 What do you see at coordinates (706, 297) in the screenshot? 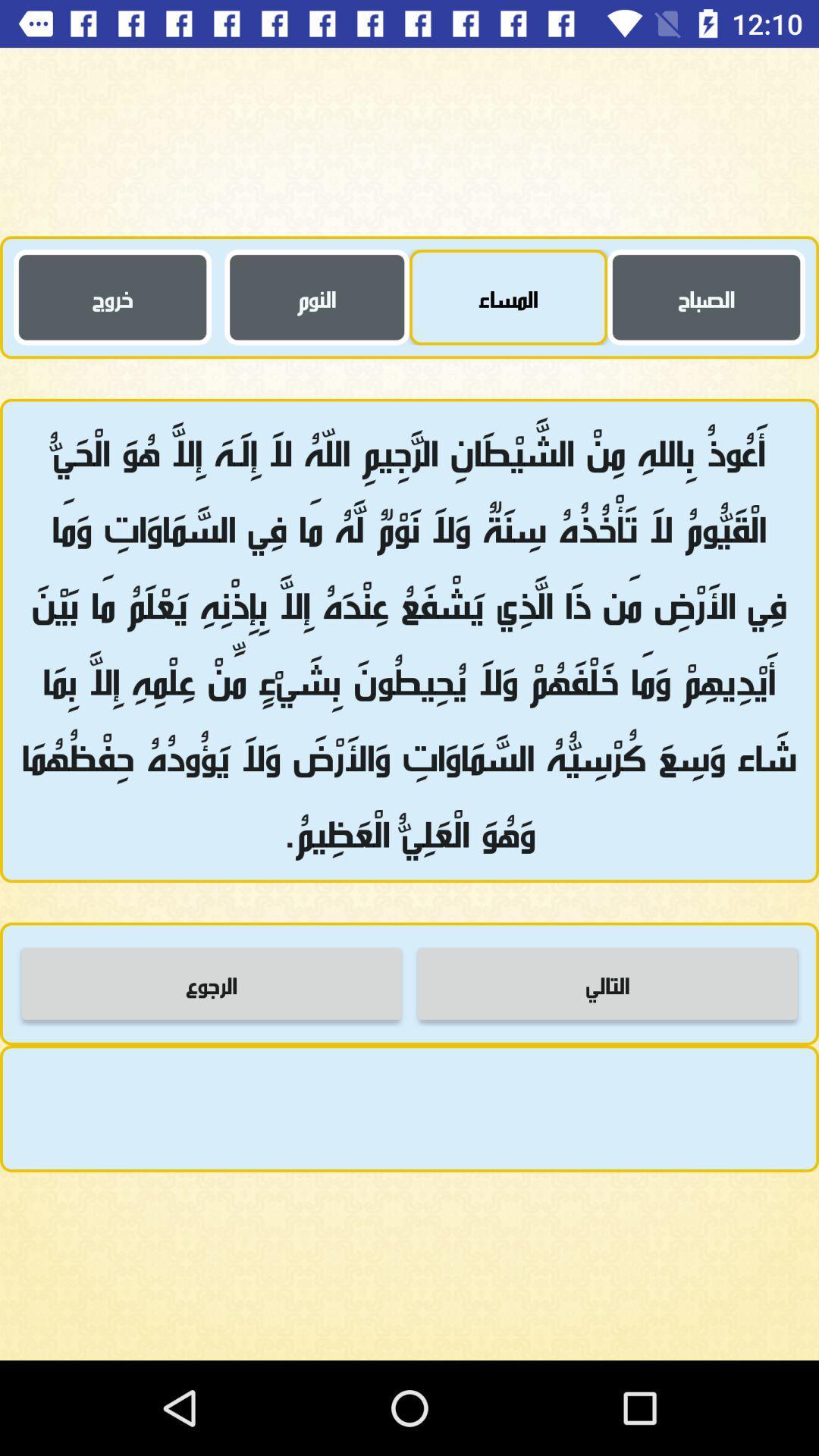
I see `the button at the top right corner` at bounding box center [706, 297].